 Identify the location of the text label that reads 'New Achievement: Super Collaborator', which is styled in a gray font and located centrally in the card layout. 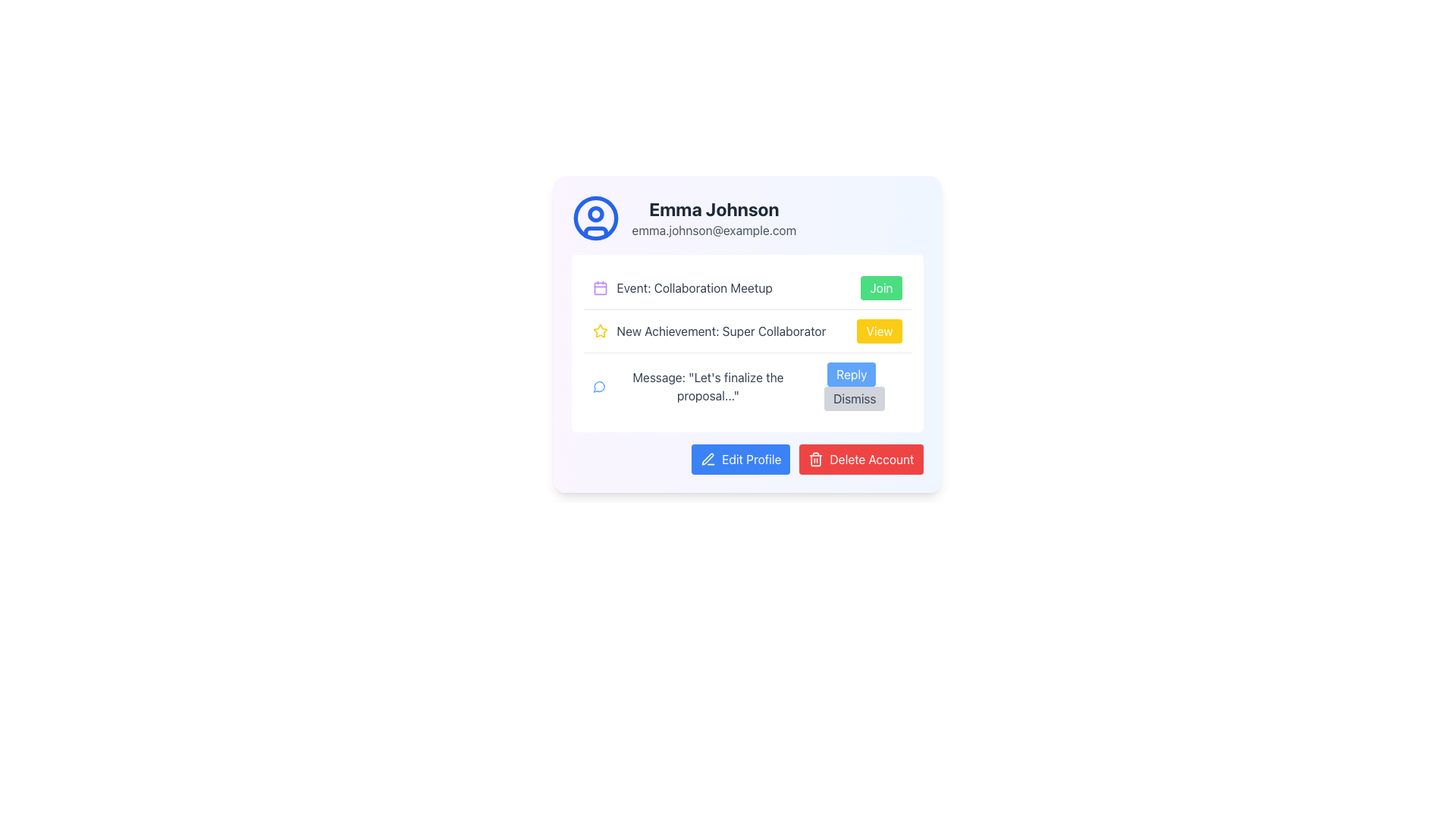
(720, 330).